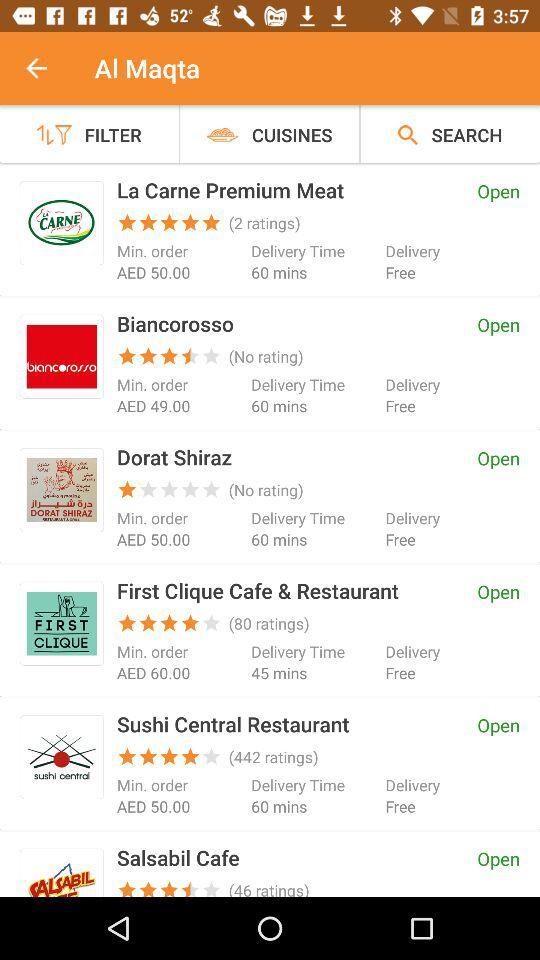  I want to click on app icon, so click(61, 622).